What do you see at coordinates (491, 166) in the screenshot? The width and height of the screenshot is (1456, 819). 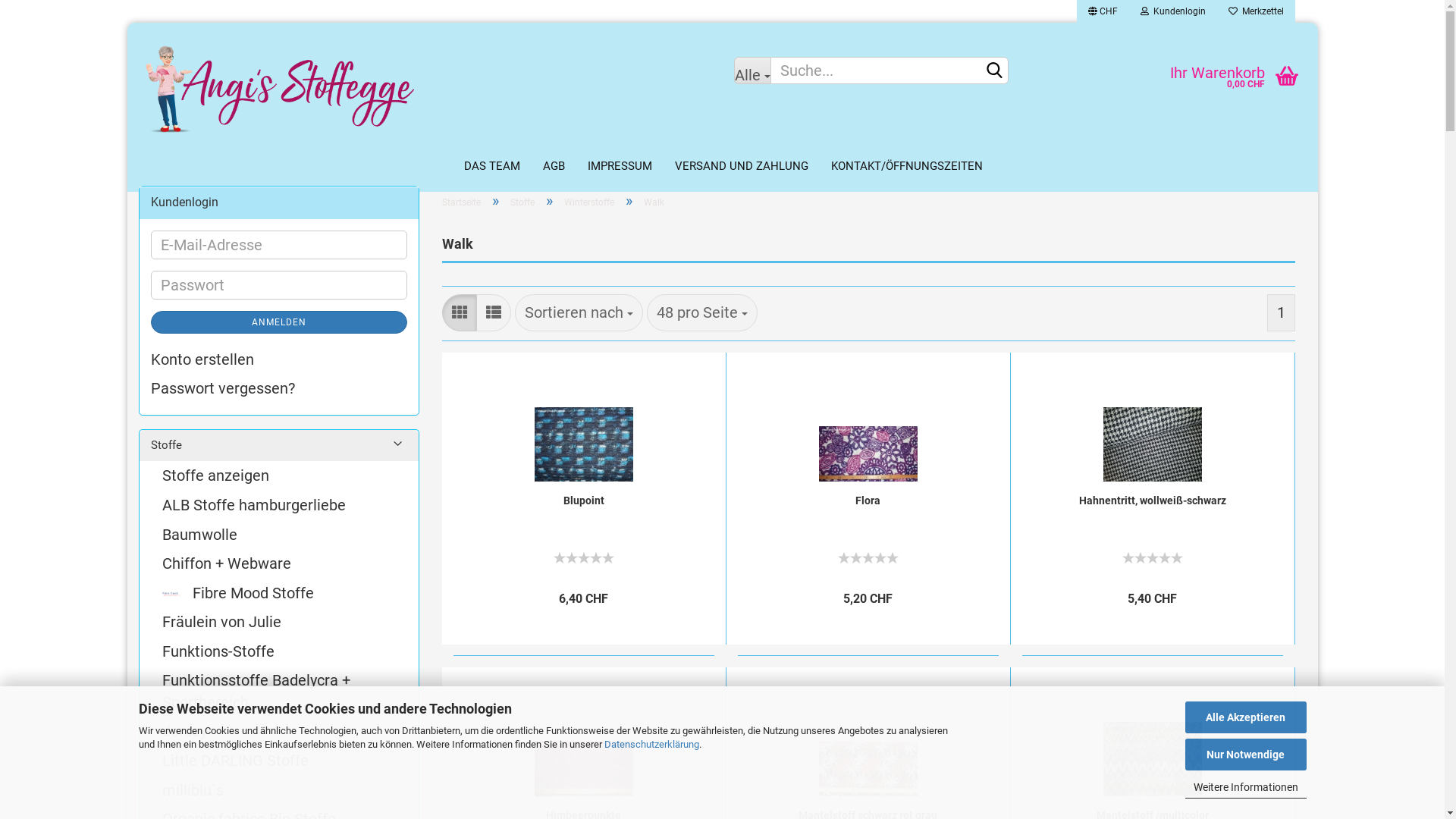 I see `'DAS TEAM'` at bounding box center [491, 166].